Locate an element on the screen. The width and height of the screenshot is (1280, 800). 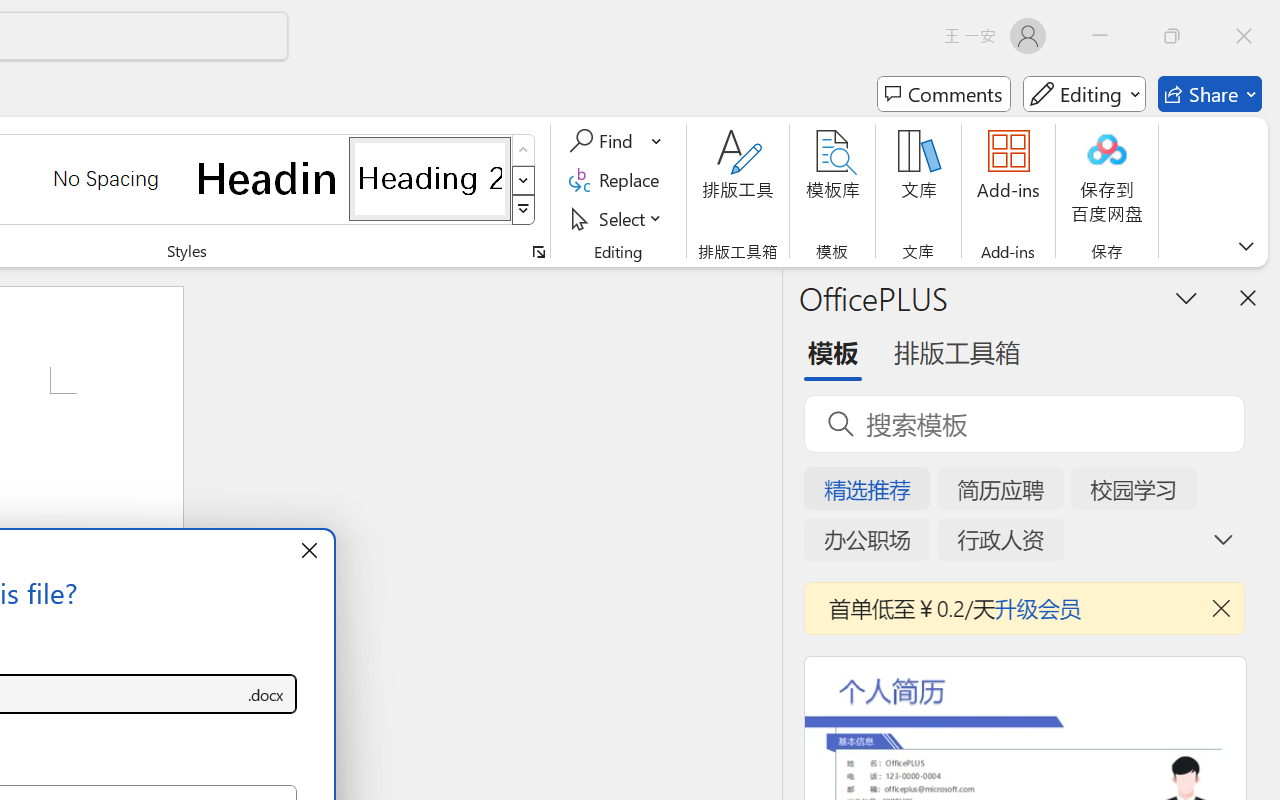
'Select' is located at coordinates (617, 218).